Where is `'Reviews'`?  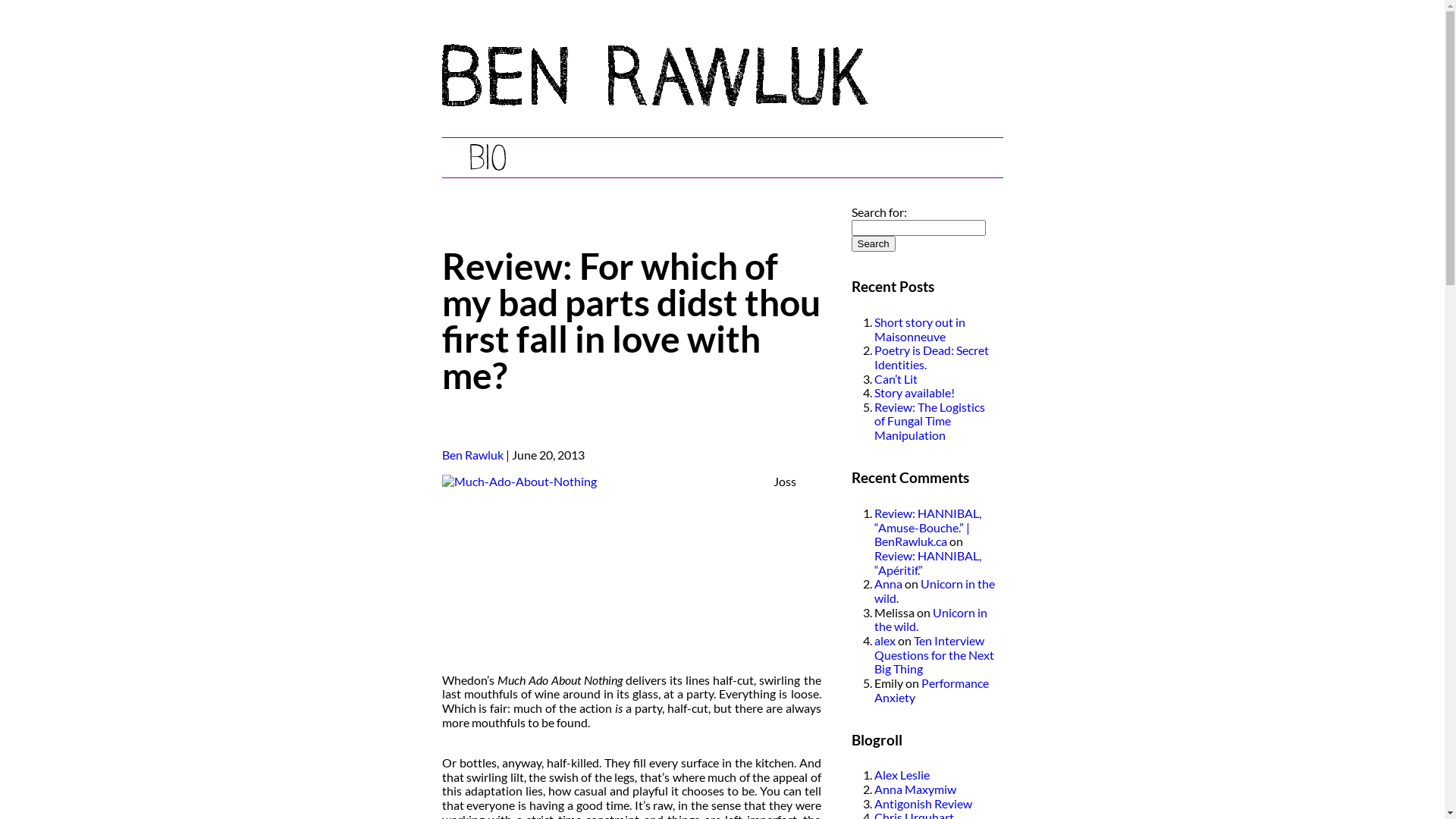 'Reviews' is located at coordinates (714, 158).